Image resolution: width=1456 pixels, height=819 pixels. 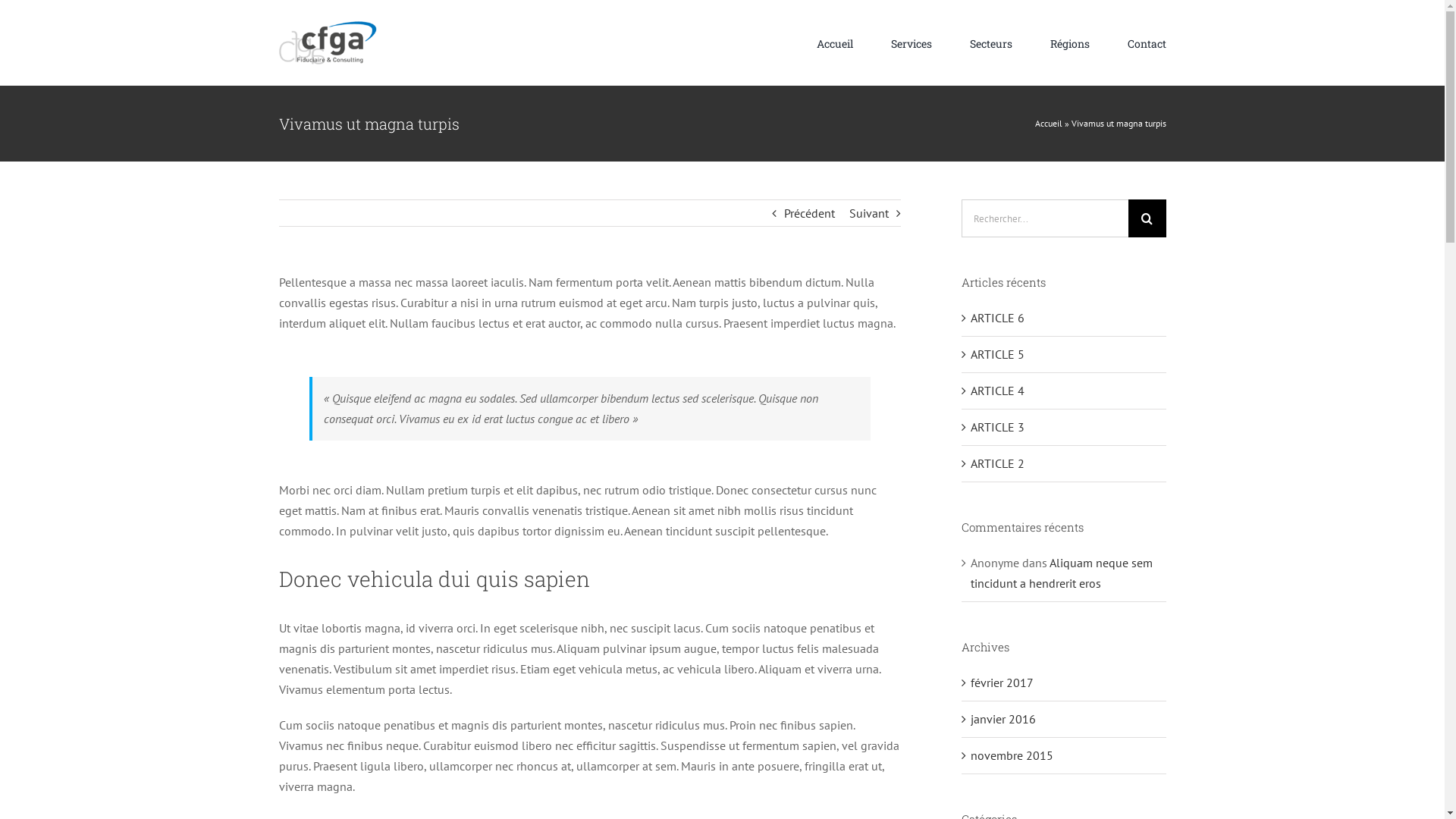 I want to click on 'ARTICLE 6', so click(x=971, y=317).